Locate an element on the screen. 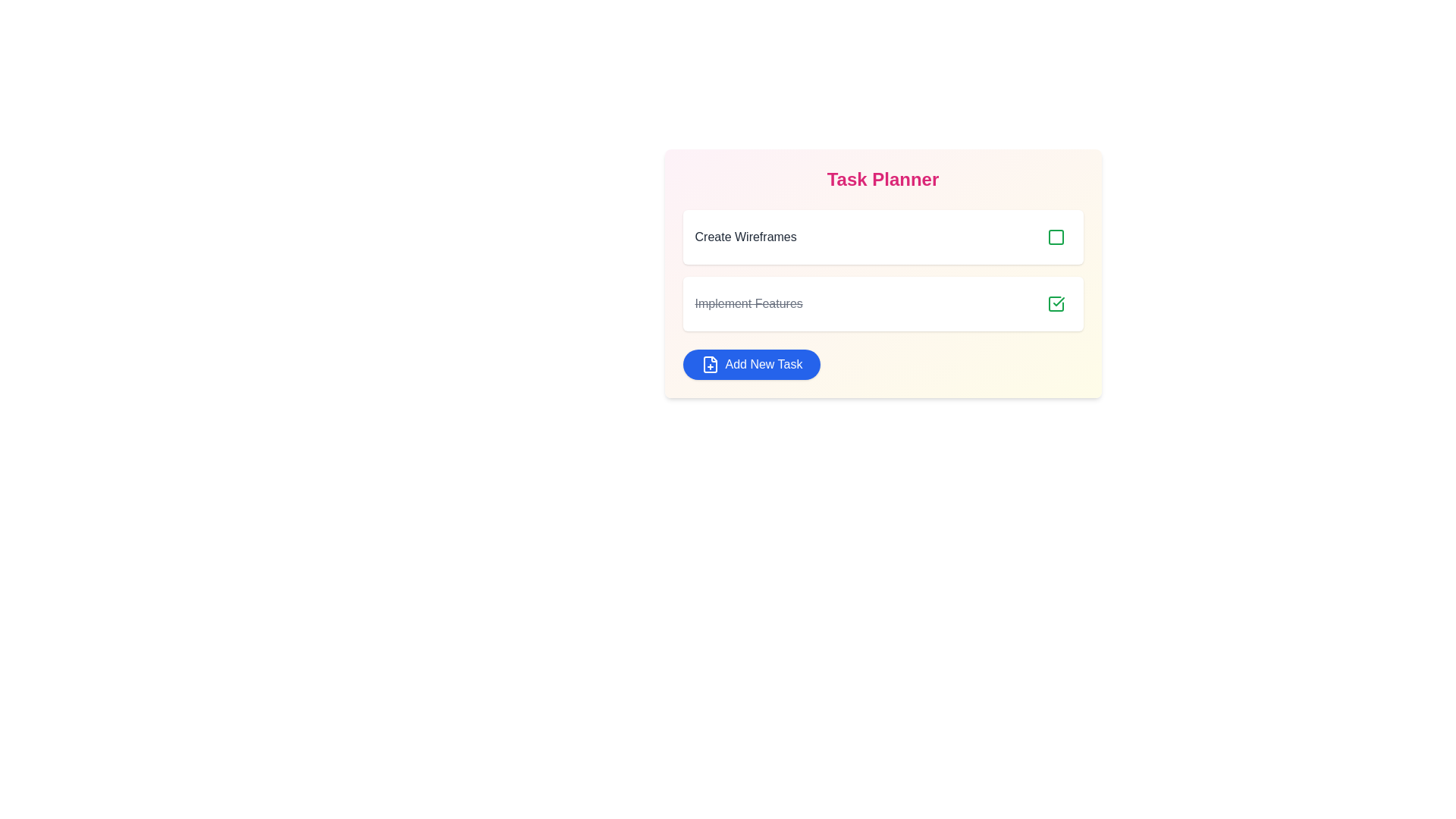 The width and height of the screenshot is (1456, 819). the inner square component of the SVG icon representing the delete action for the task 'Create Wireframes' is located at coordinates (1055, 237).